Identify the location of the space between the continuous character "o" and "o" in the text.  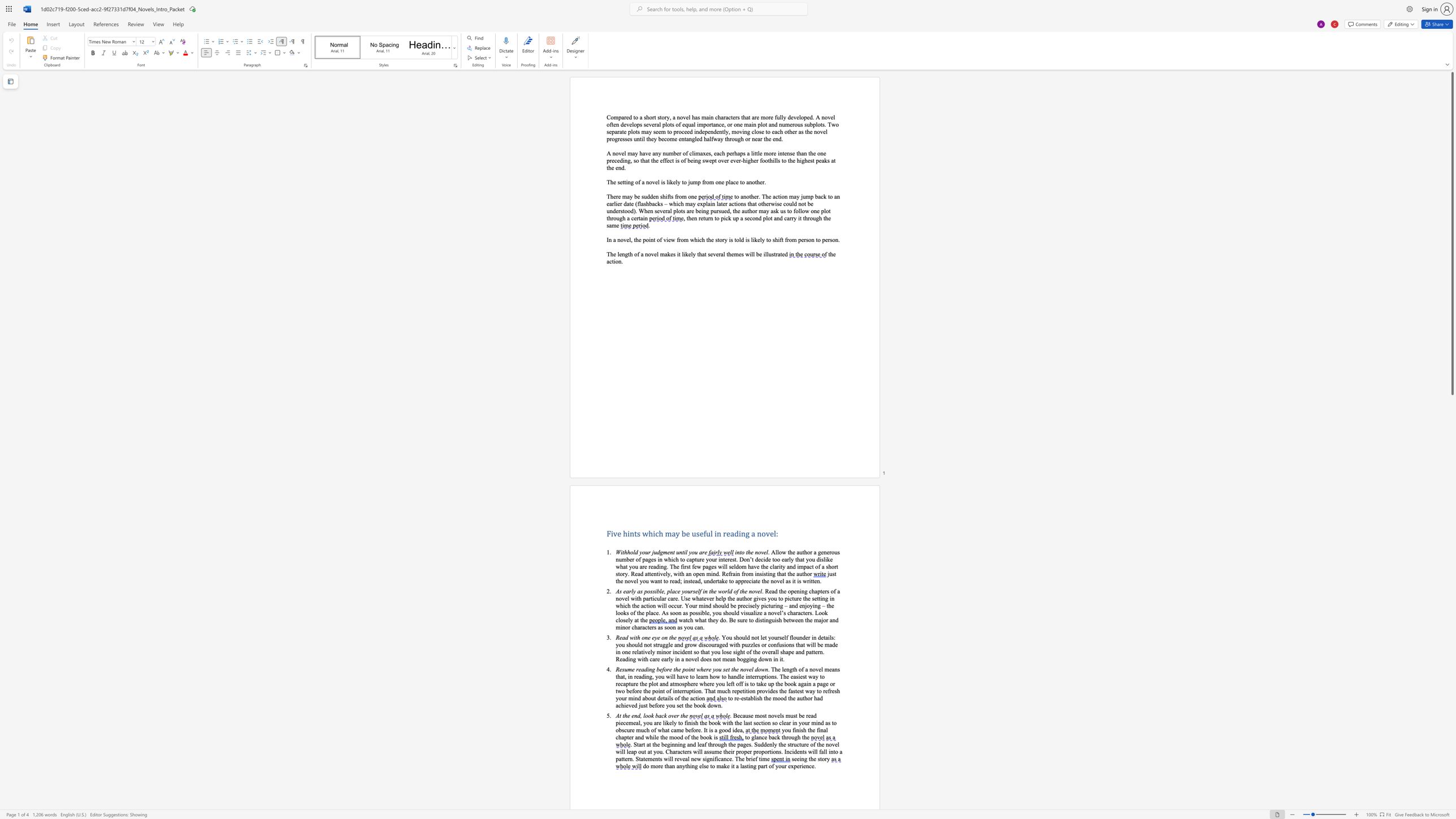
(647, 715).